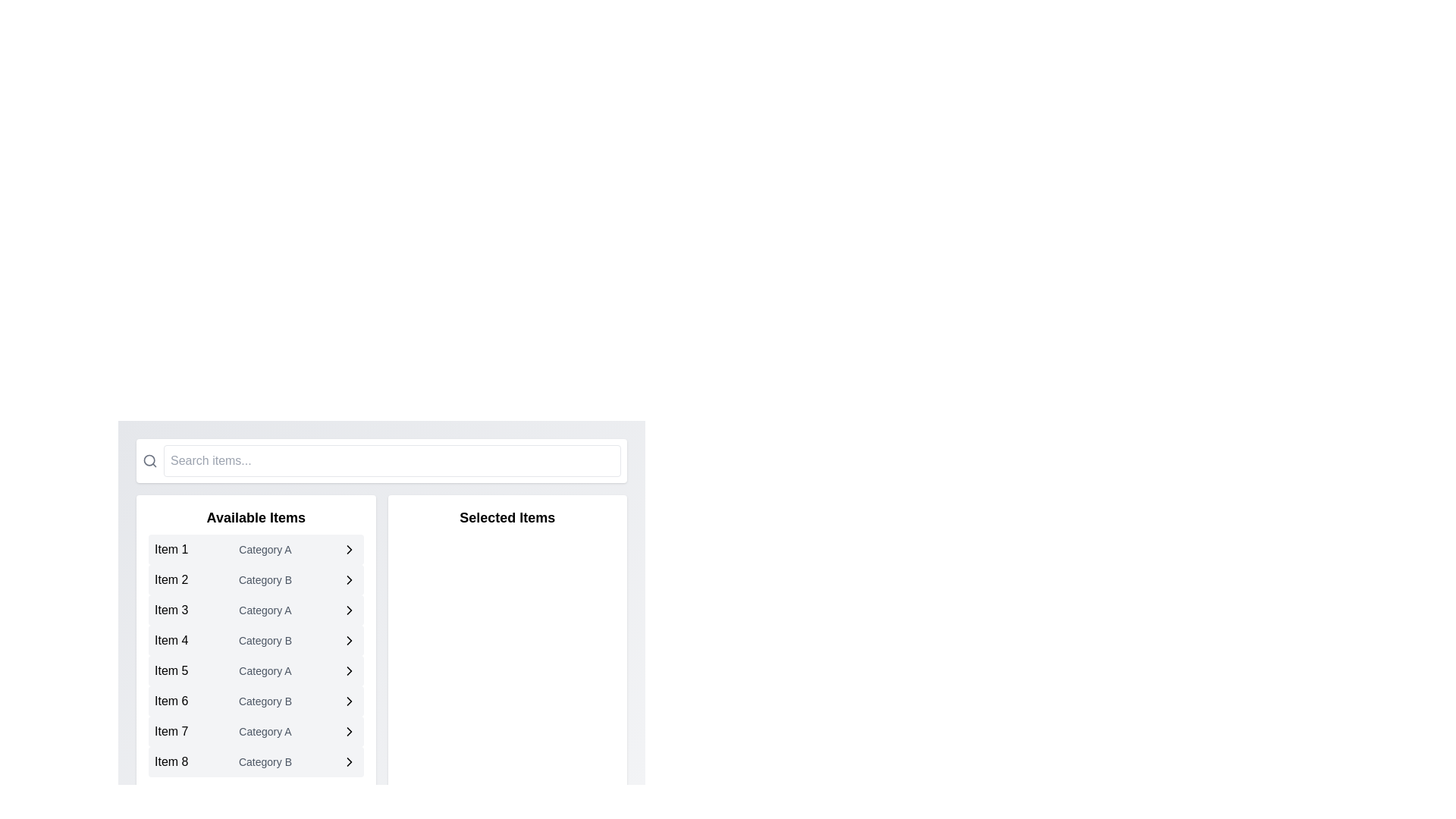 Image resolution: width=1456 pixels, height=819 pixels. Describe the element at coordinates (265, 730) in the screenshot. I see `the static text label that displays the category associated with 'Item 7', located in the 'Available Items' section, to the right of 'Item 7' and to the left of an arrow icon` at that location.